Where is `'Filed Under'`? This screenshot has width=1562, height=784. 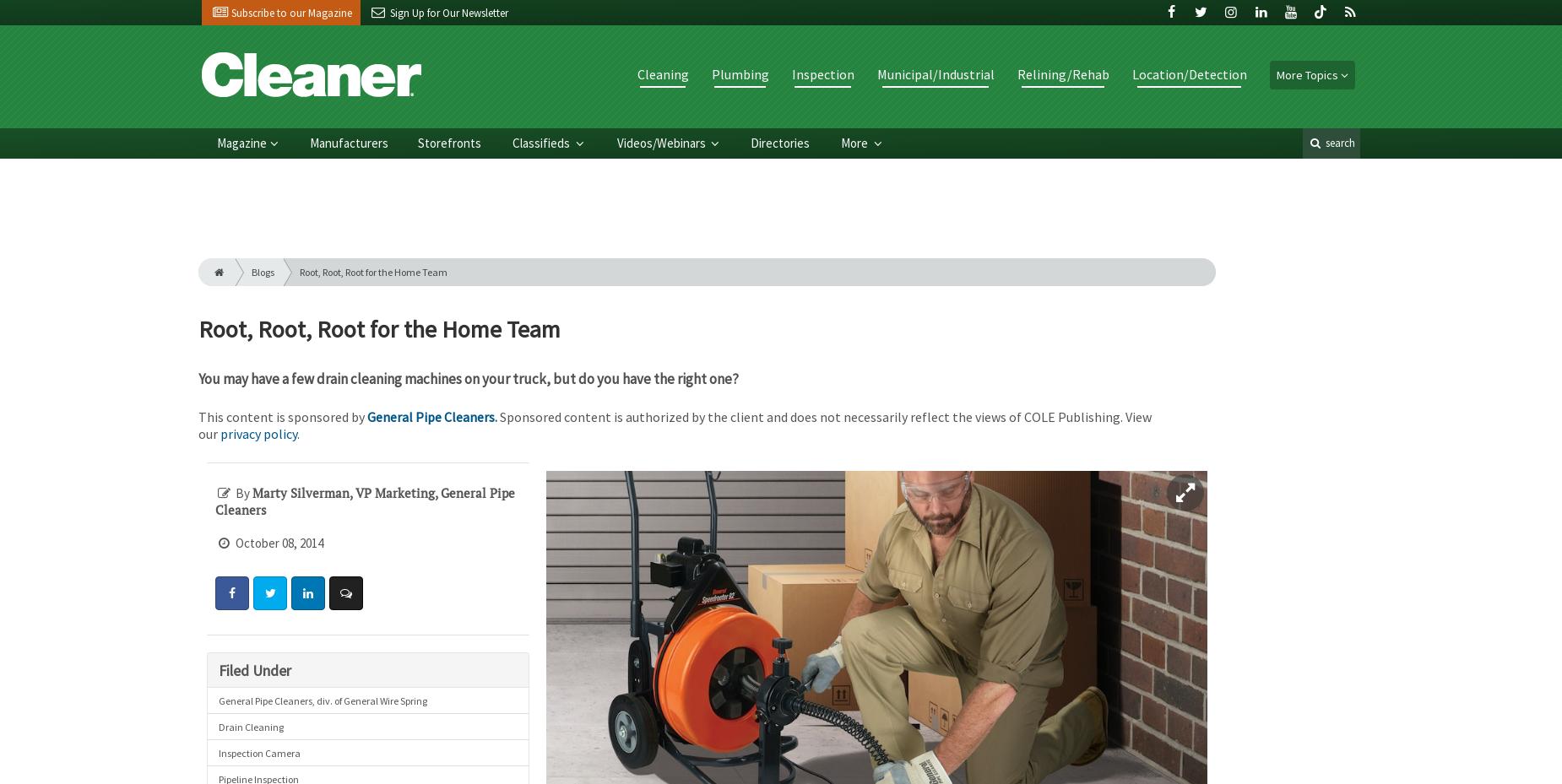
'Filed Under' is located at coordinates (252, 668).